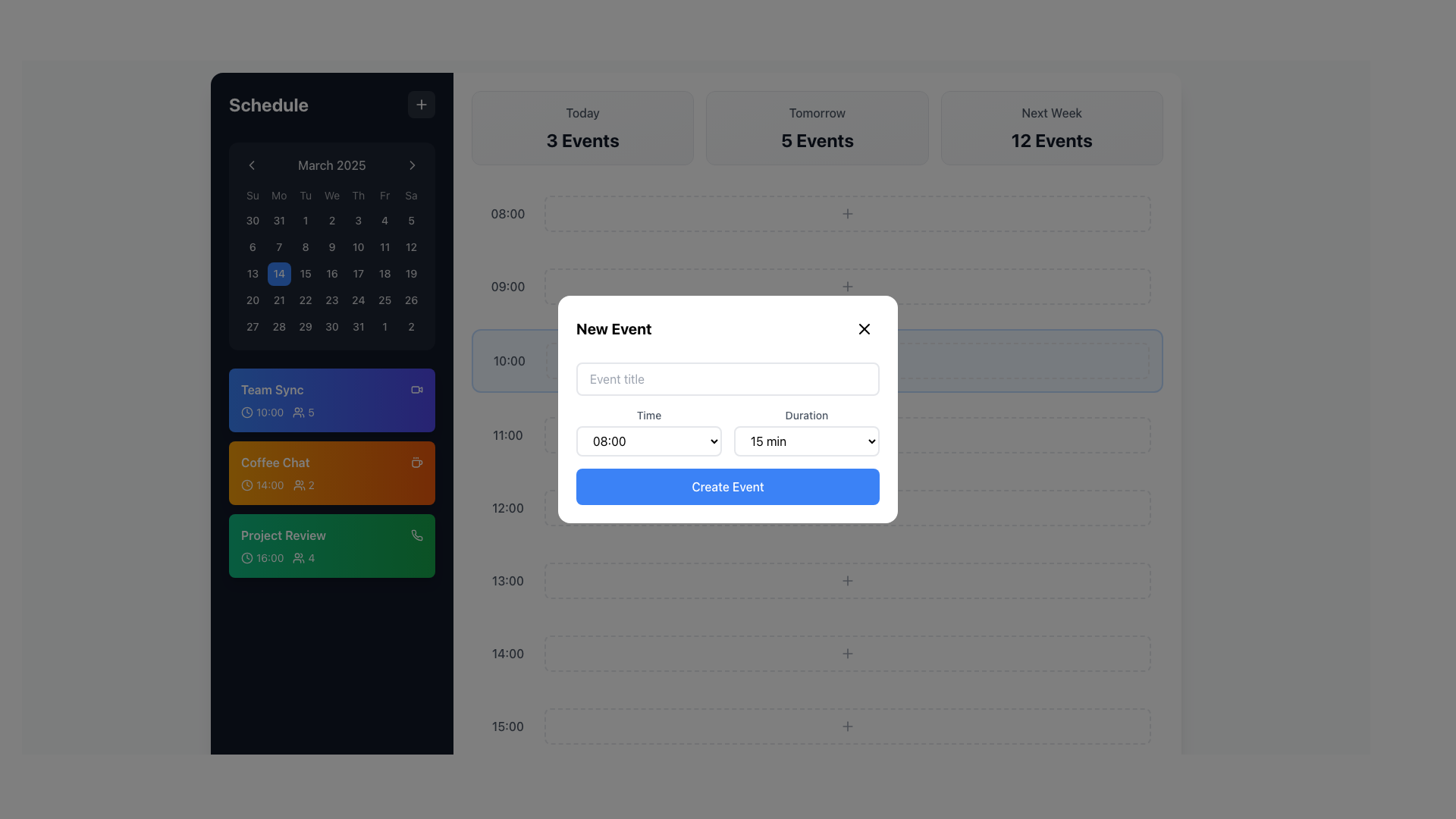 The height and width of the screenshot is (819, 1456). Describe the element at coordinates (331, 274) in the screenshot. I see `the square button with a rounded appearance displaying the number '16' in the fourth row, fourth column of the calendar grid` at that location.